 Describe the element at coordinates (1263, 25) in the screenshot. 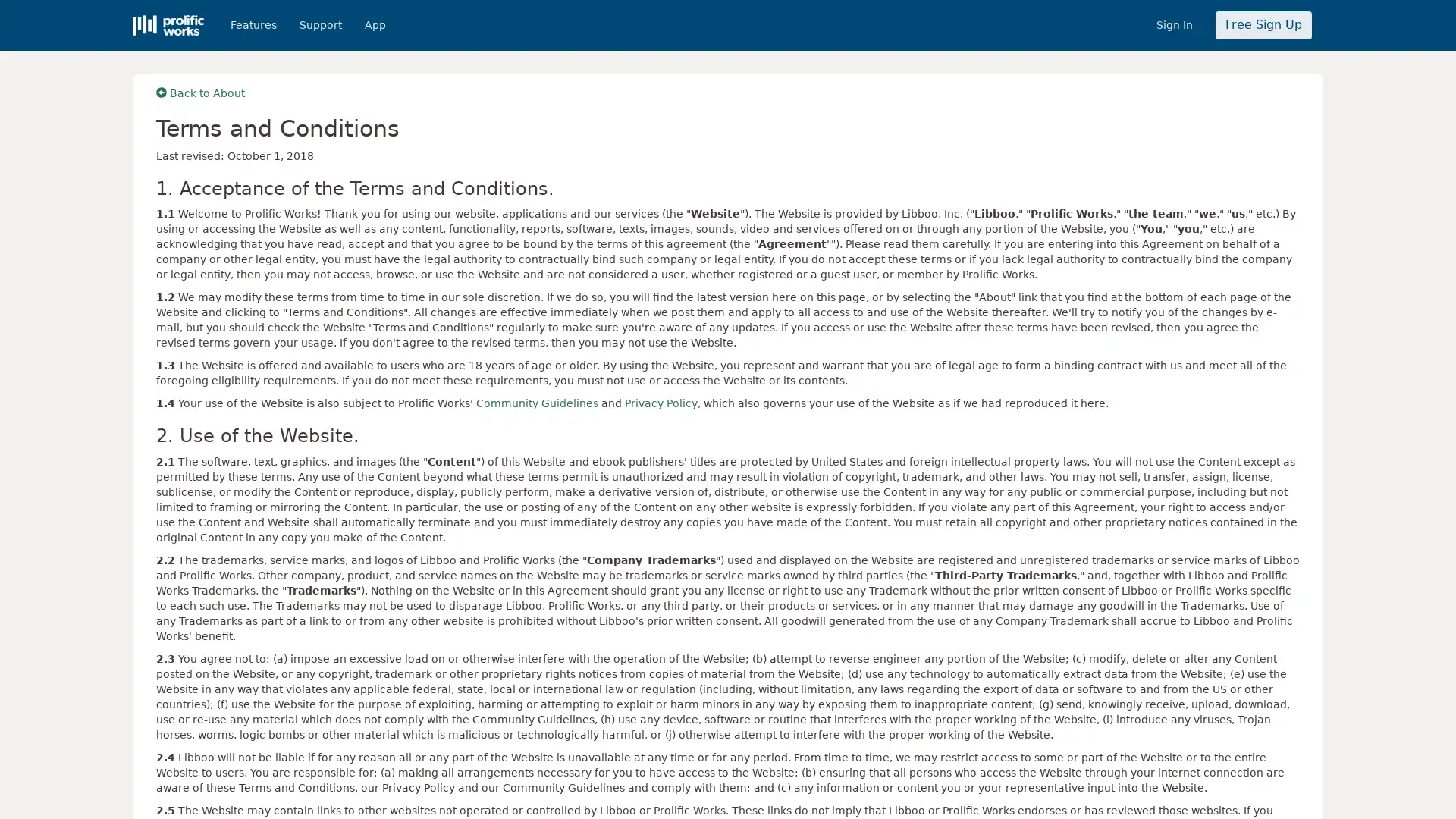

I see `Free Sign Up` at that location.